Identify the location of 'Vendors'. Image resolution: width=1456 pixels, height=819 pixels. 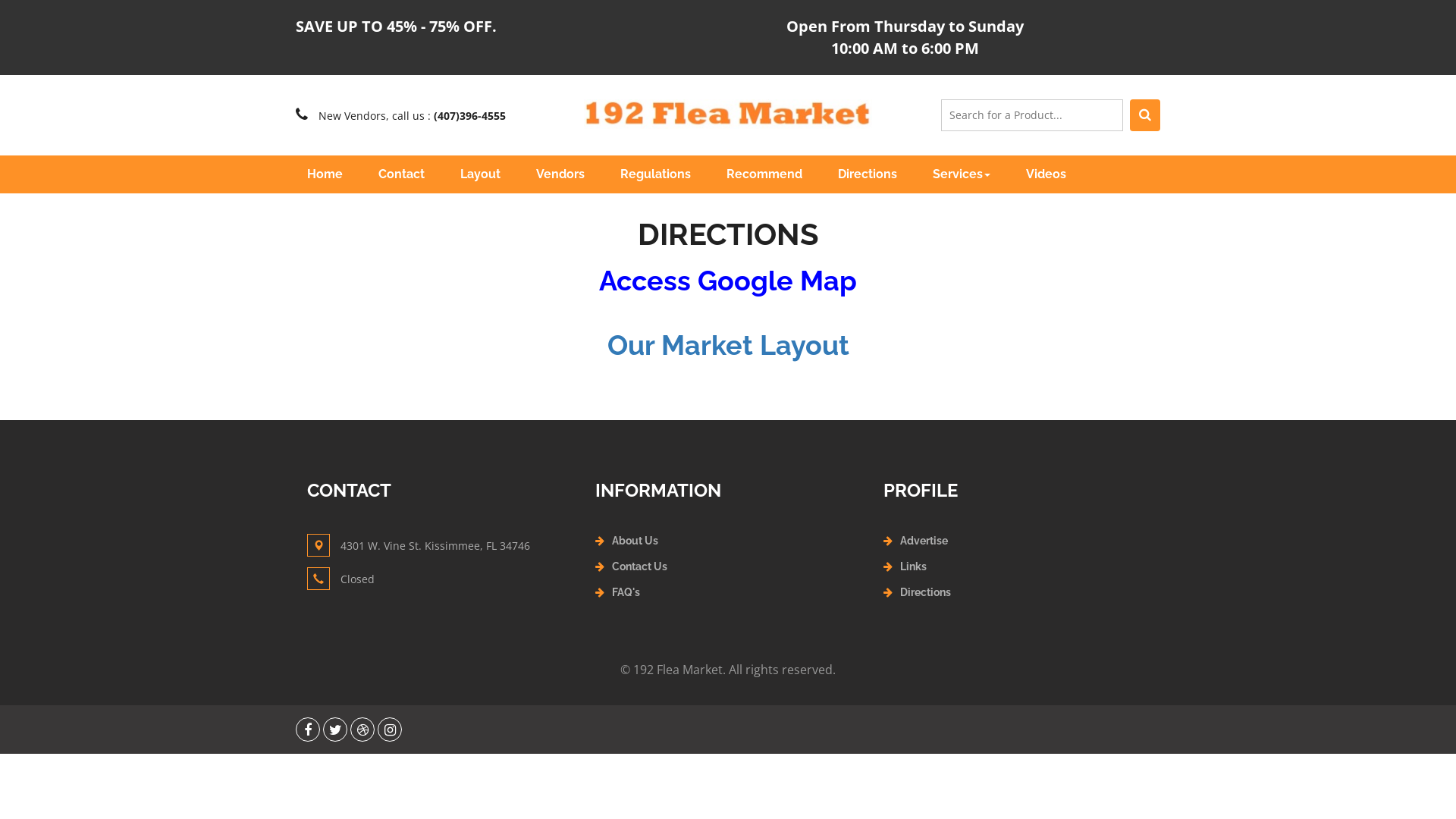
(560, 174).